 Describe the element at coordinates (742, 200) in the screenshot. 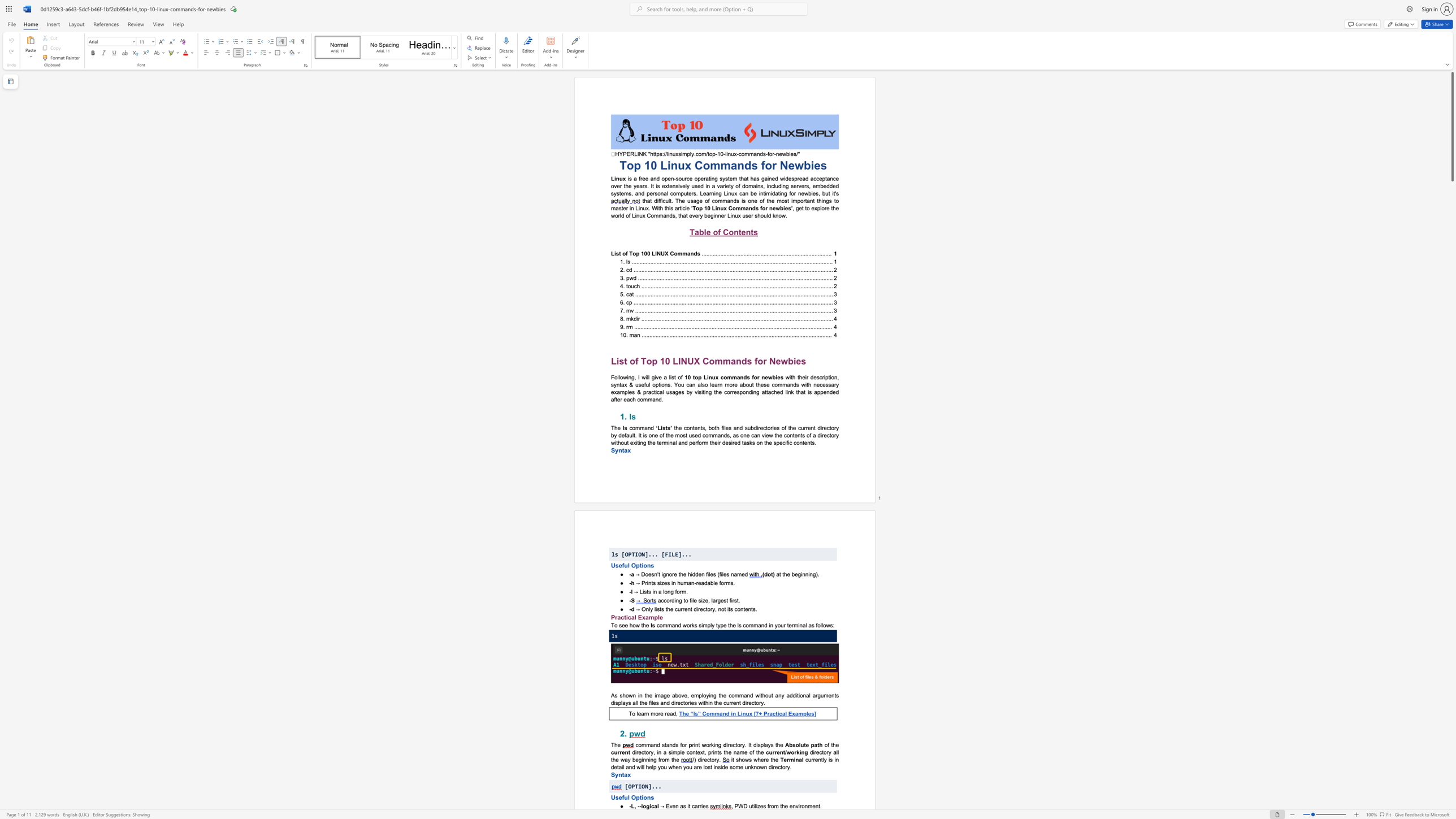

I see `the 1th character "i" in the text` at that location.